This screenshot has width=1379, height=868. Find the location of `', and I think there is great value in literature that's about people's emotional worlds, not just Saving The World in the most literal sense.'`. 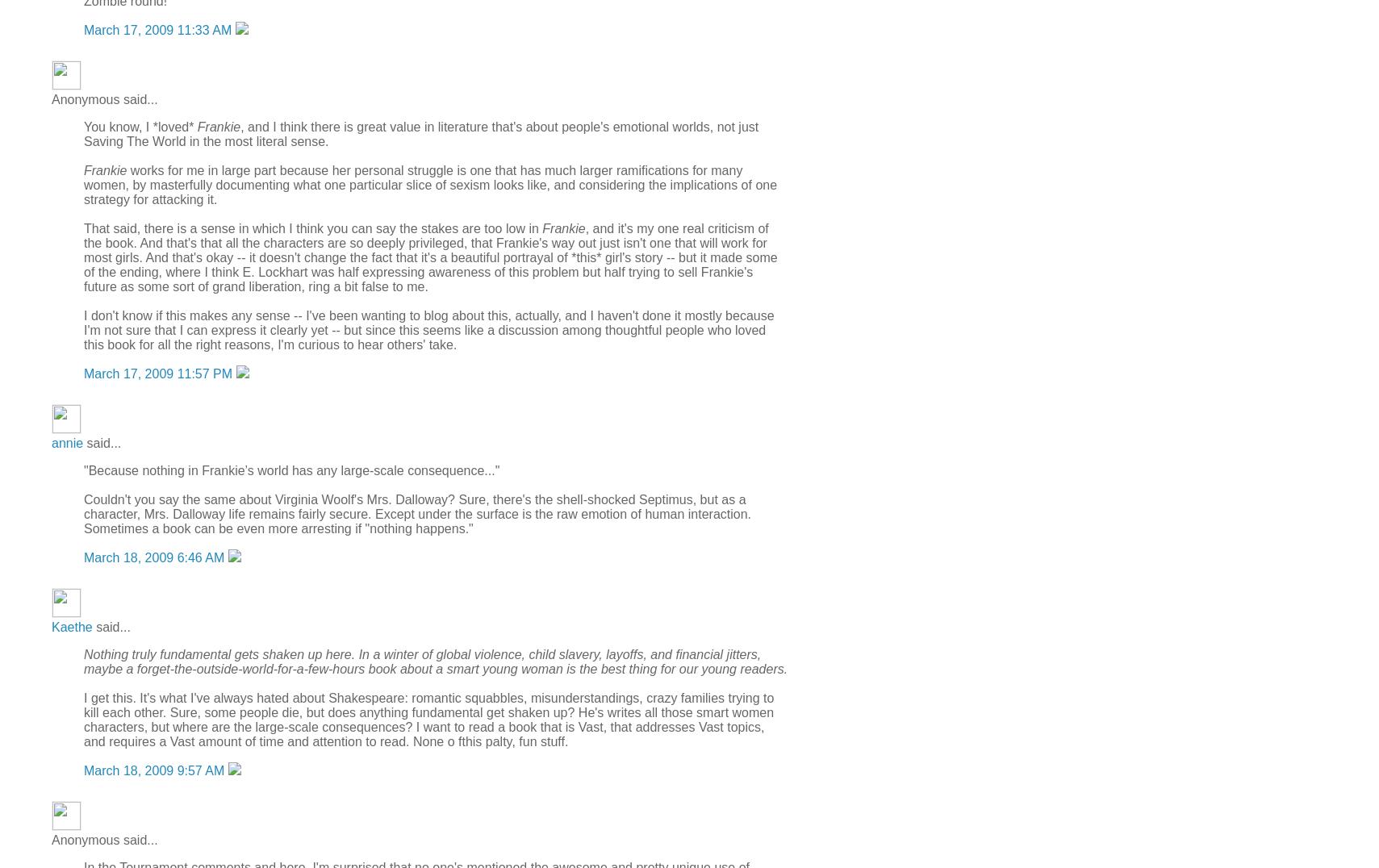

', and I think there is great value in literature that's about people's emotional worlds, not just Saving The World in the most literal sense.' is located at coordinates (420, 133).